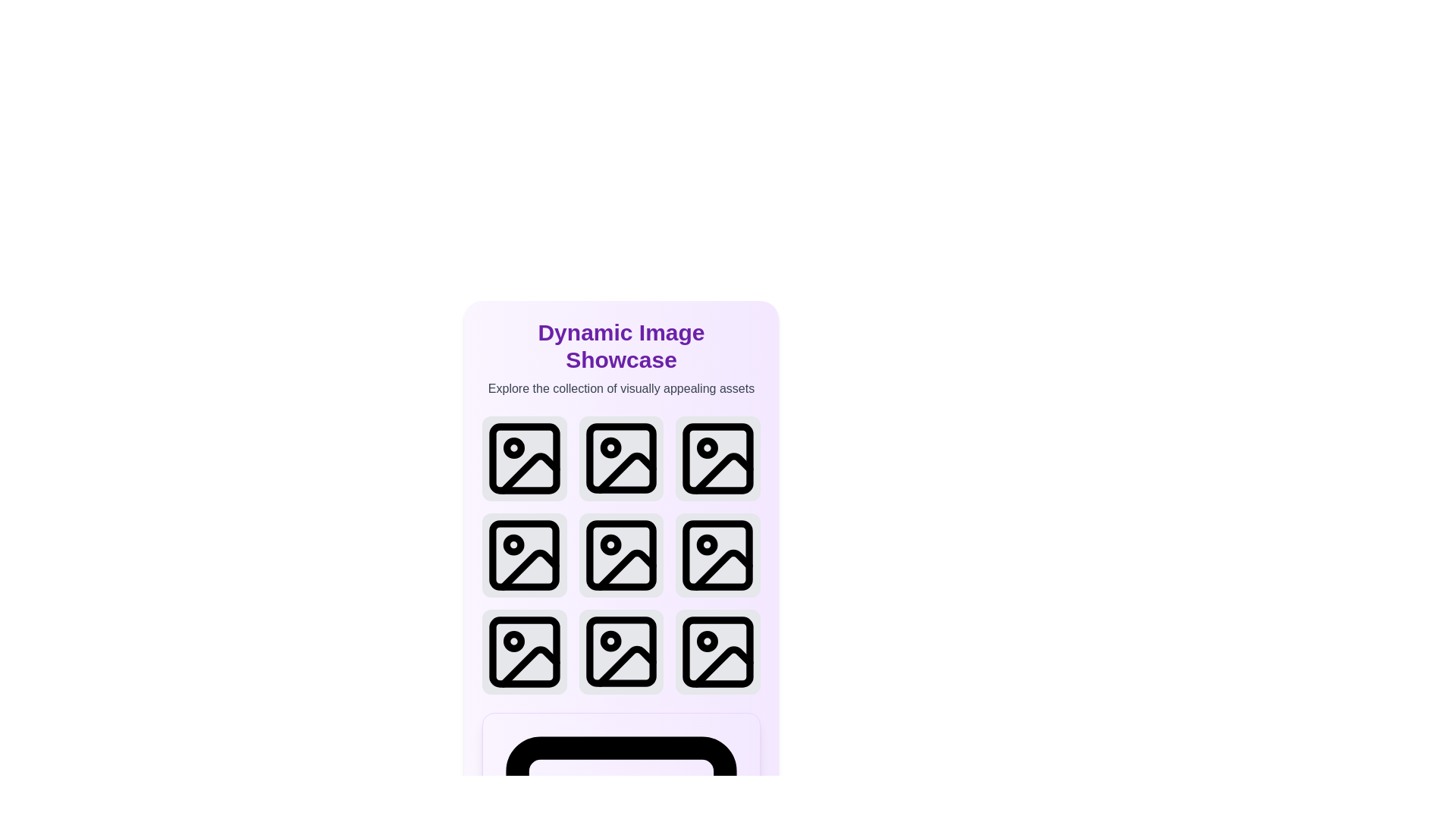 The height and width of the screenshot is (819, 1456). Describe the element at coordinates (717, 555) in the screenshot. I see `the image placeholder located in the third column of the second row of the 3x3 grid under 'Dynamic Image Showcase'` at that location.